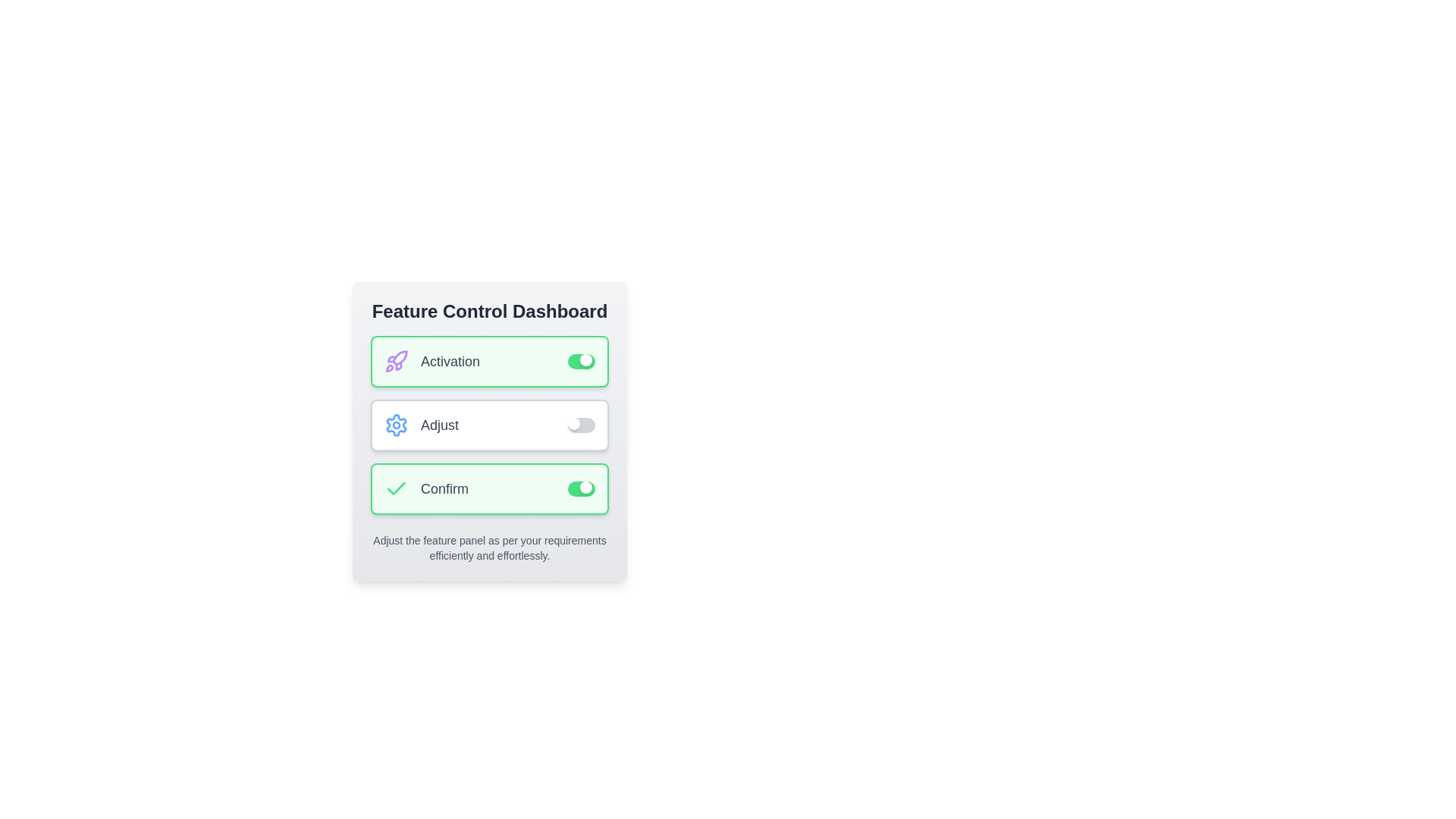 The width and height of the screenshot is (1456, 819). Describe the element at coordinates (490, 548) in the screenshot. I see `the text area below the panel to read the information` at that location.